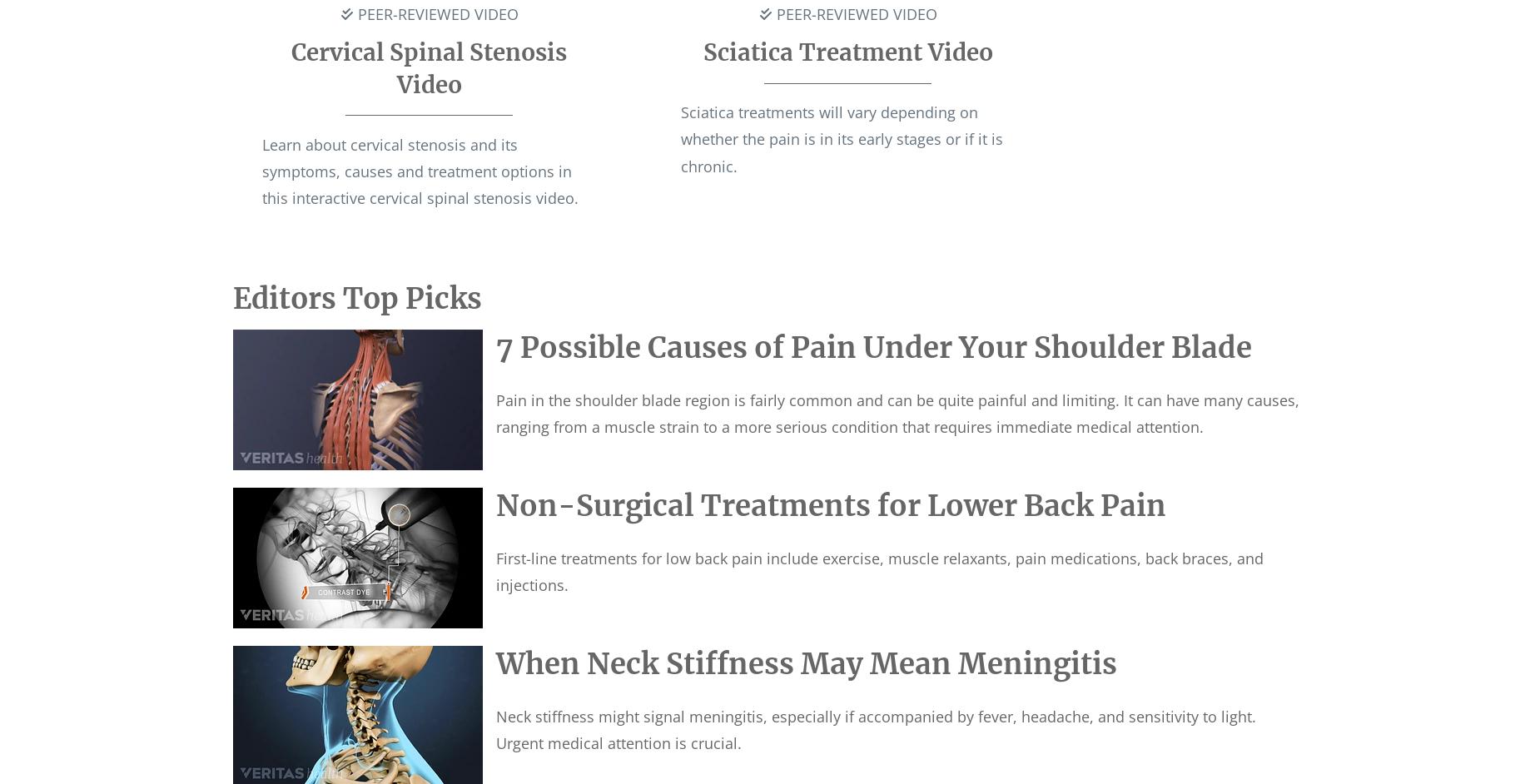 This screenshot has width=1540, height=784. Describe the element at coordinates (875, 729) in the screenshot. I see `'Neck stiffness might signal meningitis, especially if accompanied by fever, headache, and sensitivity to light. Urgent medical attention is crucial.'` at that location.